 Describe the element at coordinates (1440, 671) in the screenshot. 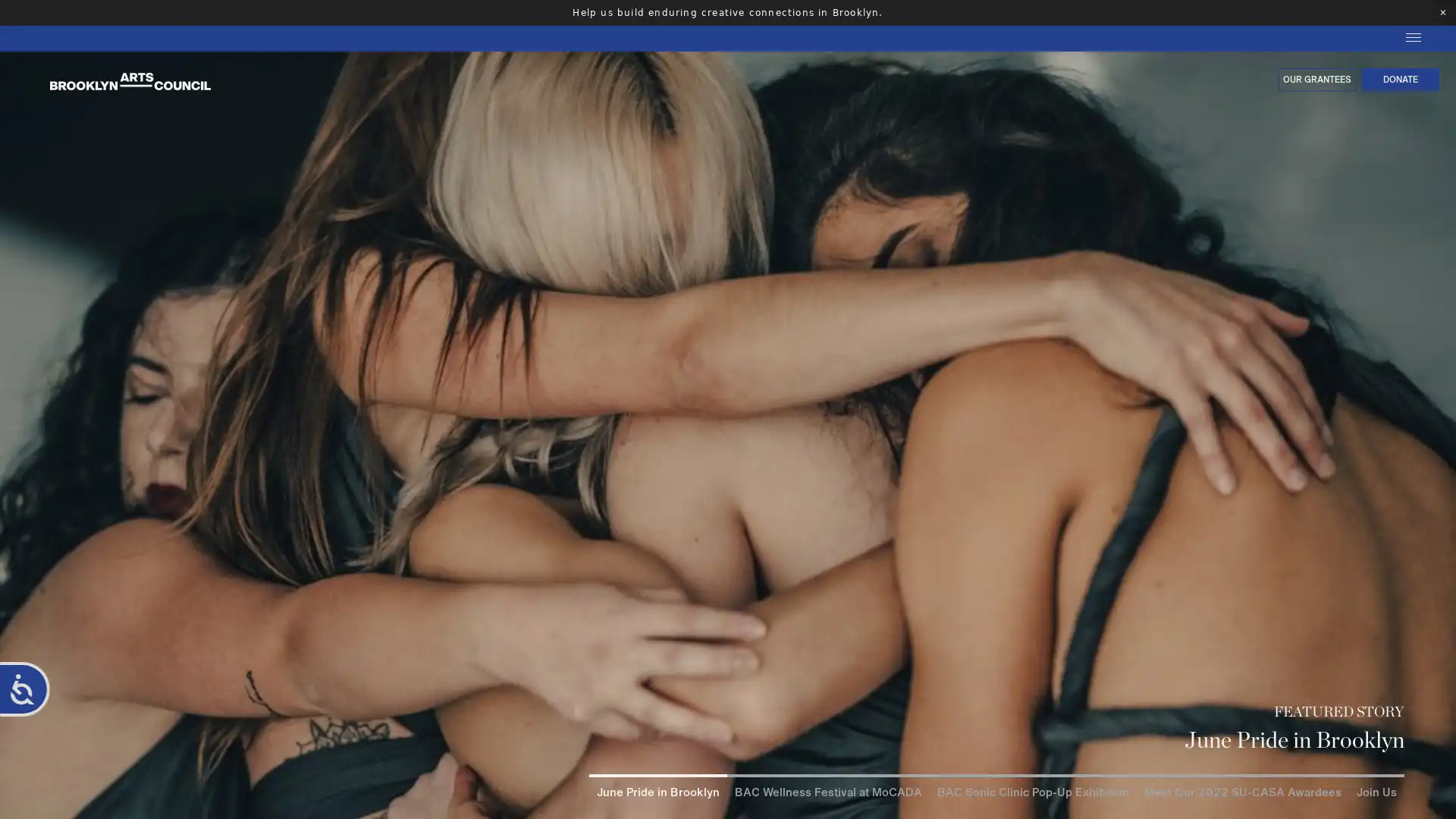

I see `Close` at that location.